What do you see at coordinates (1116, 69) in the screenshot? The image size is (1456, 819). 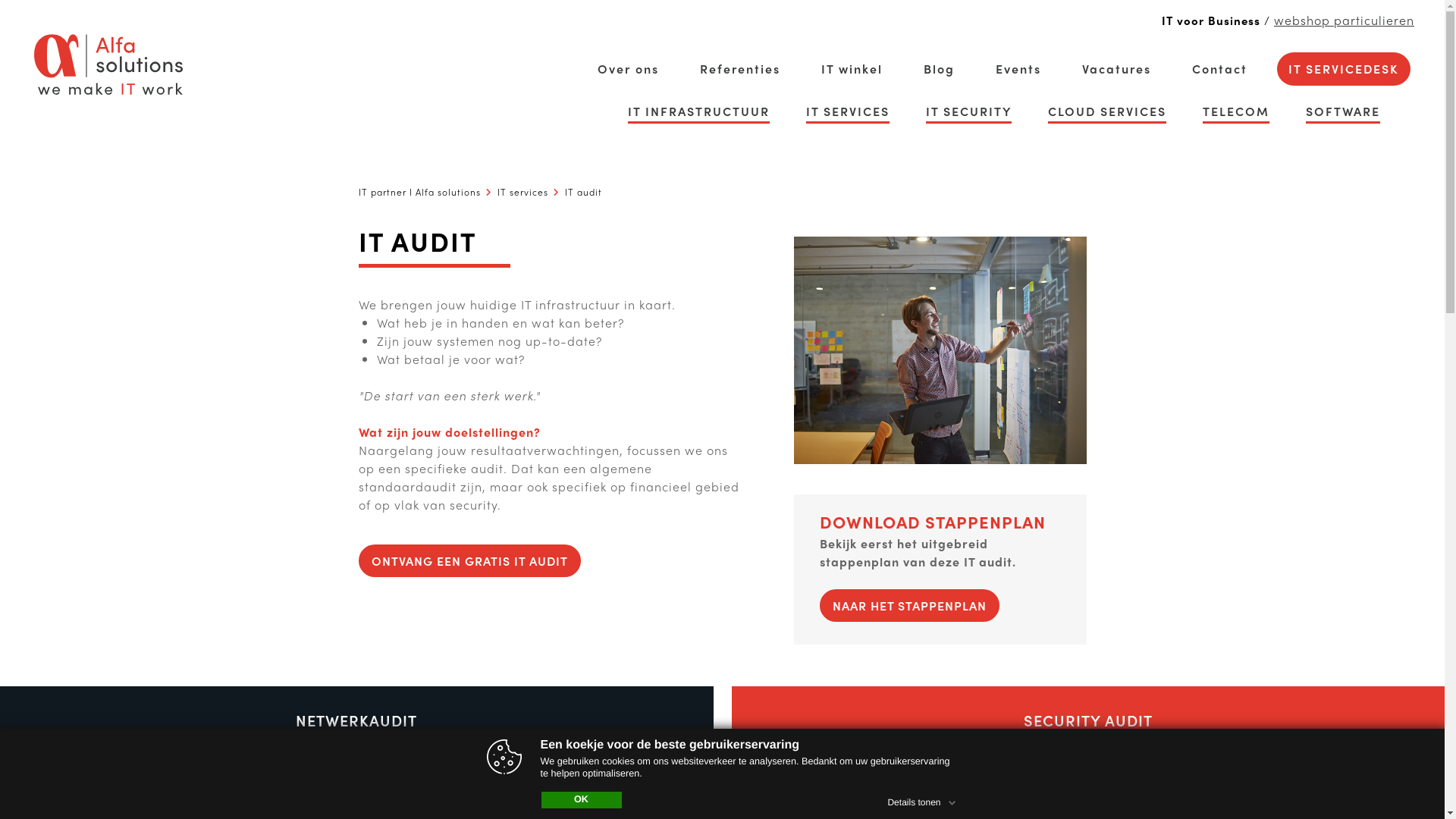 I see `'Vacatures'` at bounding box center [1116, 69].